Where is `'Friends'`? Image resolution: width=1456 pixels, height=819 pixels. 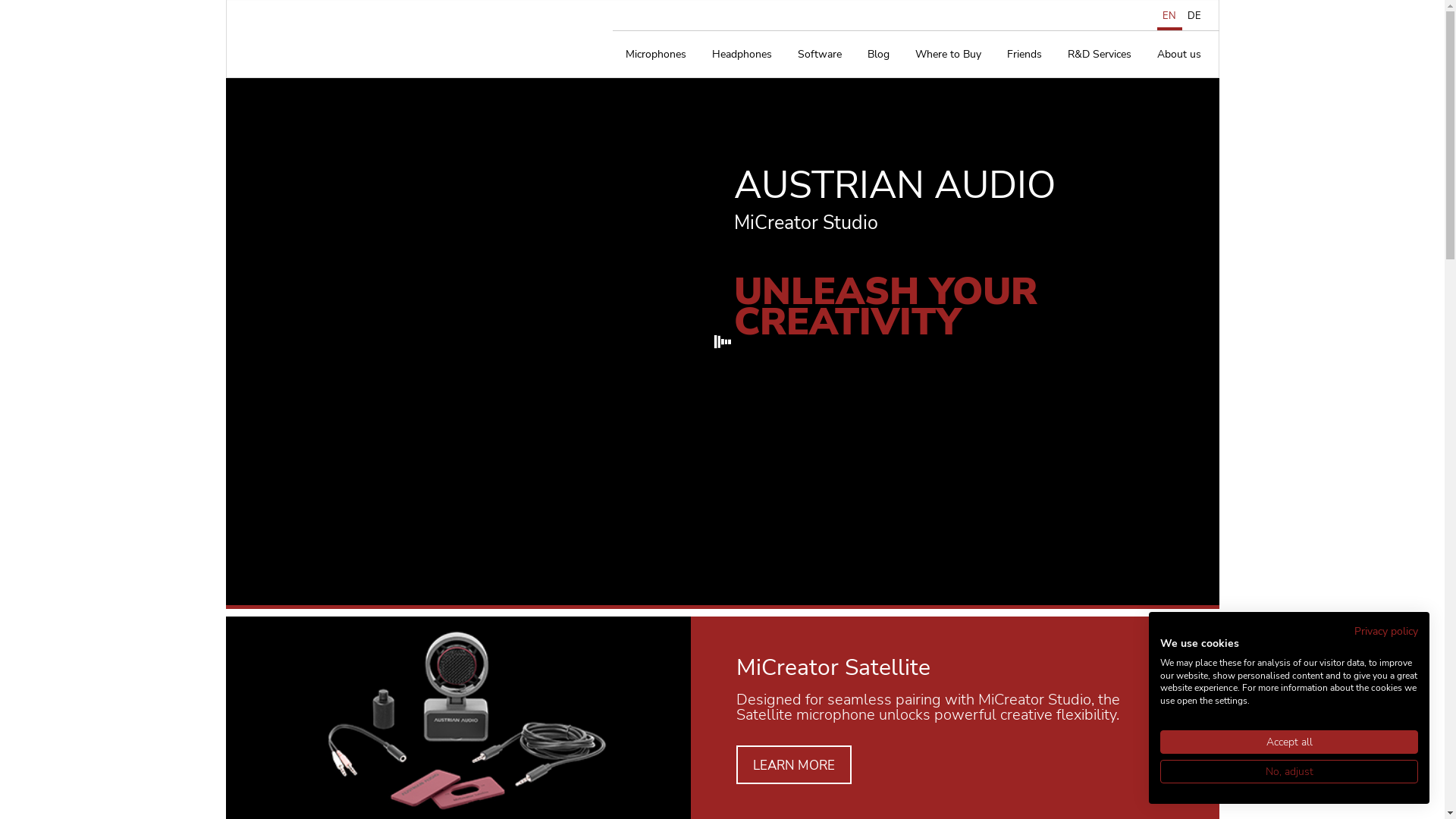
'Friends' is located at coordinates (993, 54).